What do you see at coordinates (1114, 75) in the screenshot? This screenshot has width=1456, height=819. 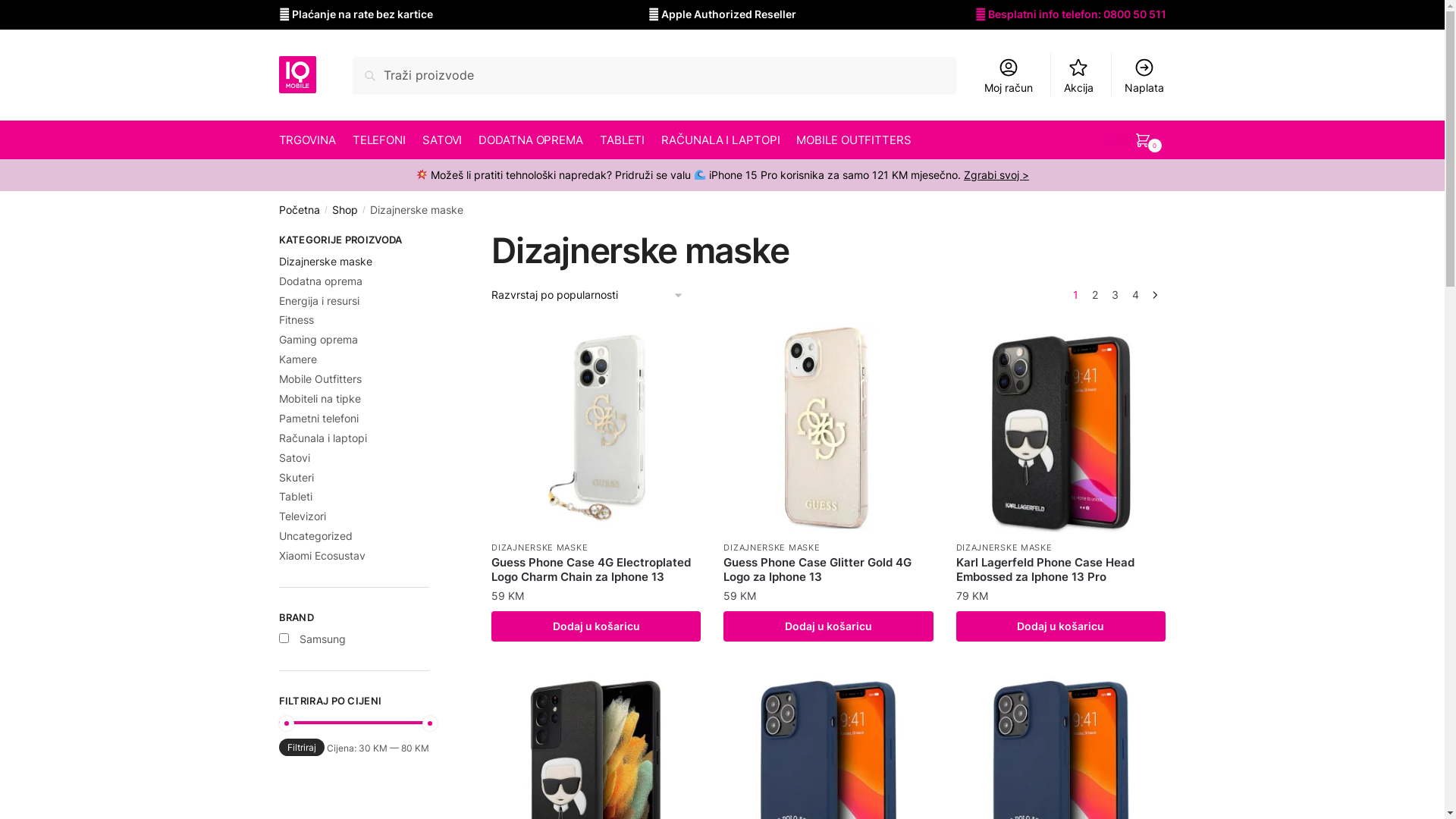 I see `'Naplata'` at bounding box center [1114, 75].